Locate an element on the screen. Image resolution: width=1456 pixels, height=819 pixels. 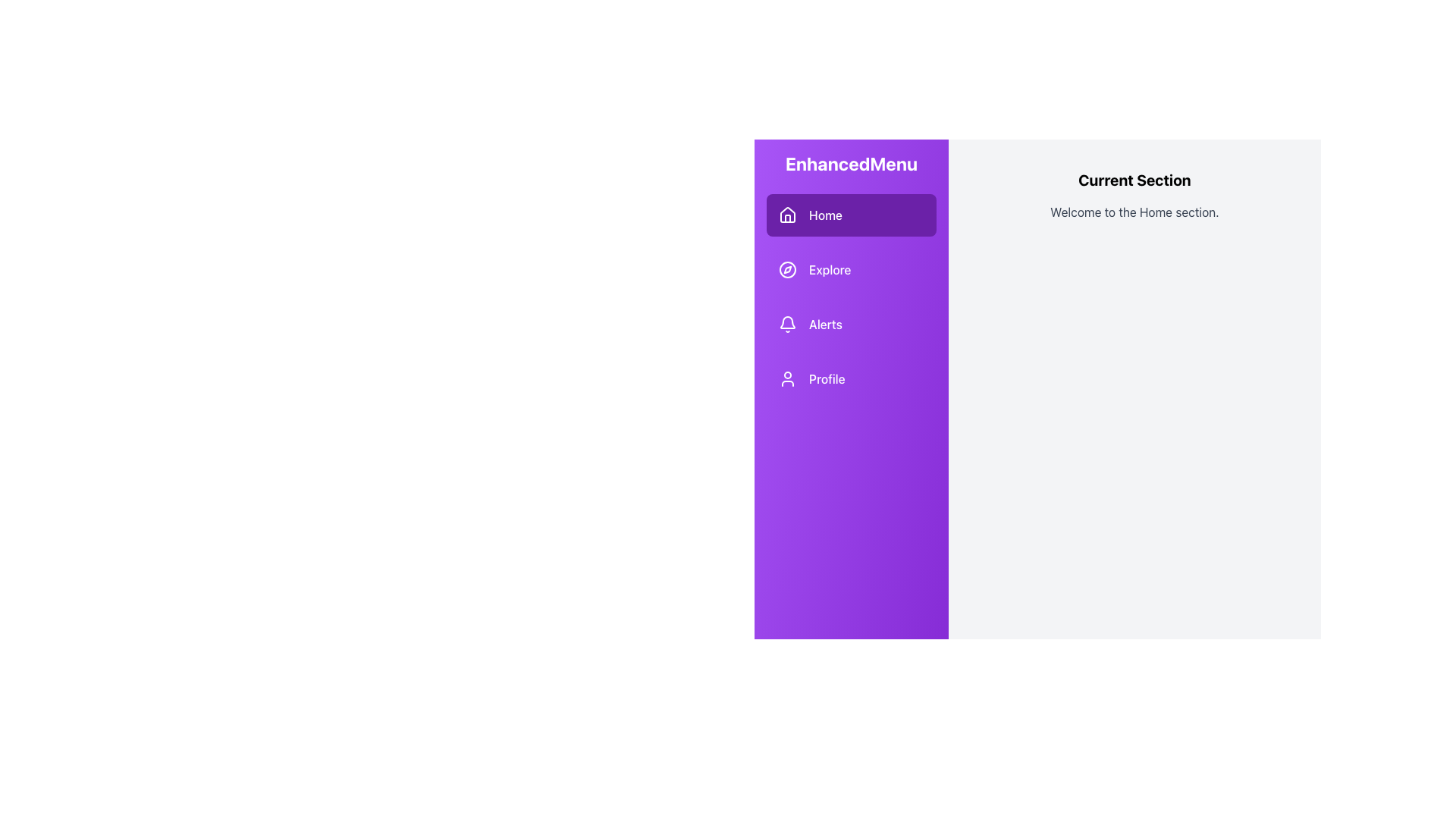
and comprehend the 'Explore' text label displayed in the sidebar navigation, which is styled with a medium font weight and is positioned between 'Home' and 'Alerts' is located at coordinates (829, 268).